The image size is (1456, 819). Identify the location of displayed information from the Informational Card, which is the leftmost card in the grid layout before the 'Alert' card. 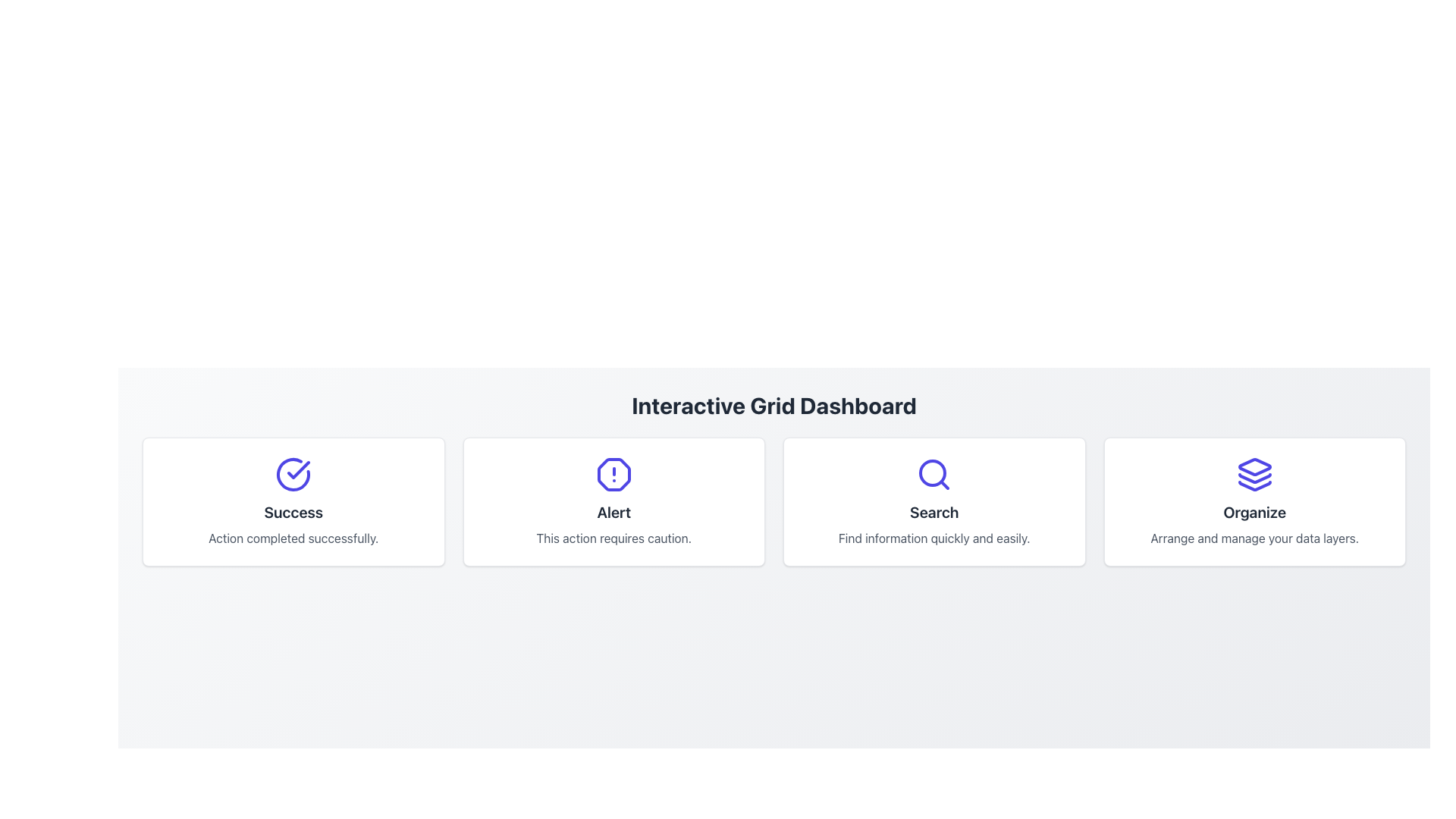
(293, 502).